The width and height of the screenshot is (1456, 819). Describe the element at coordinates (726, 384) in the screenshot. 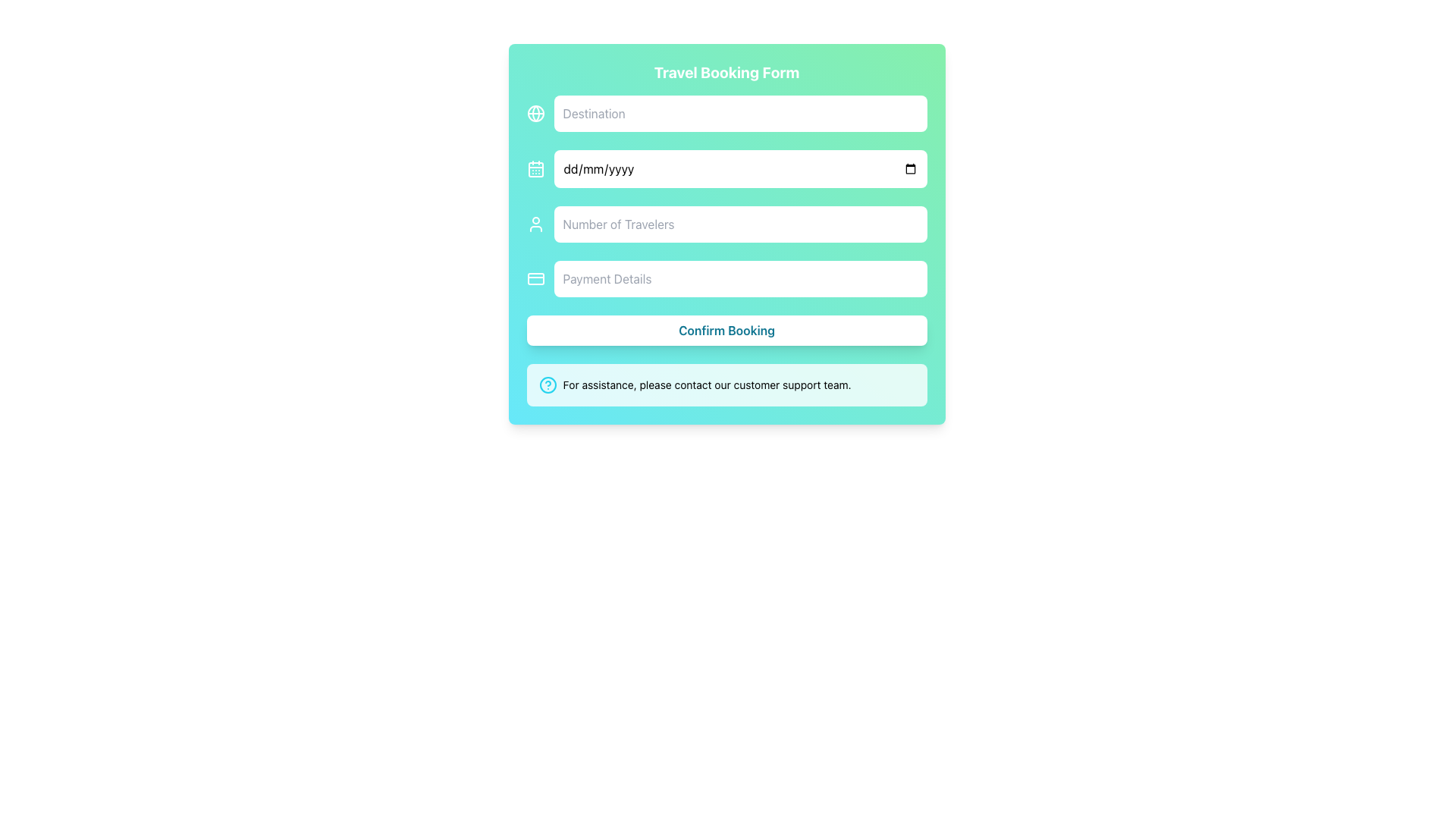

I see `the question mark icon of the Informational Message Box` at that location.